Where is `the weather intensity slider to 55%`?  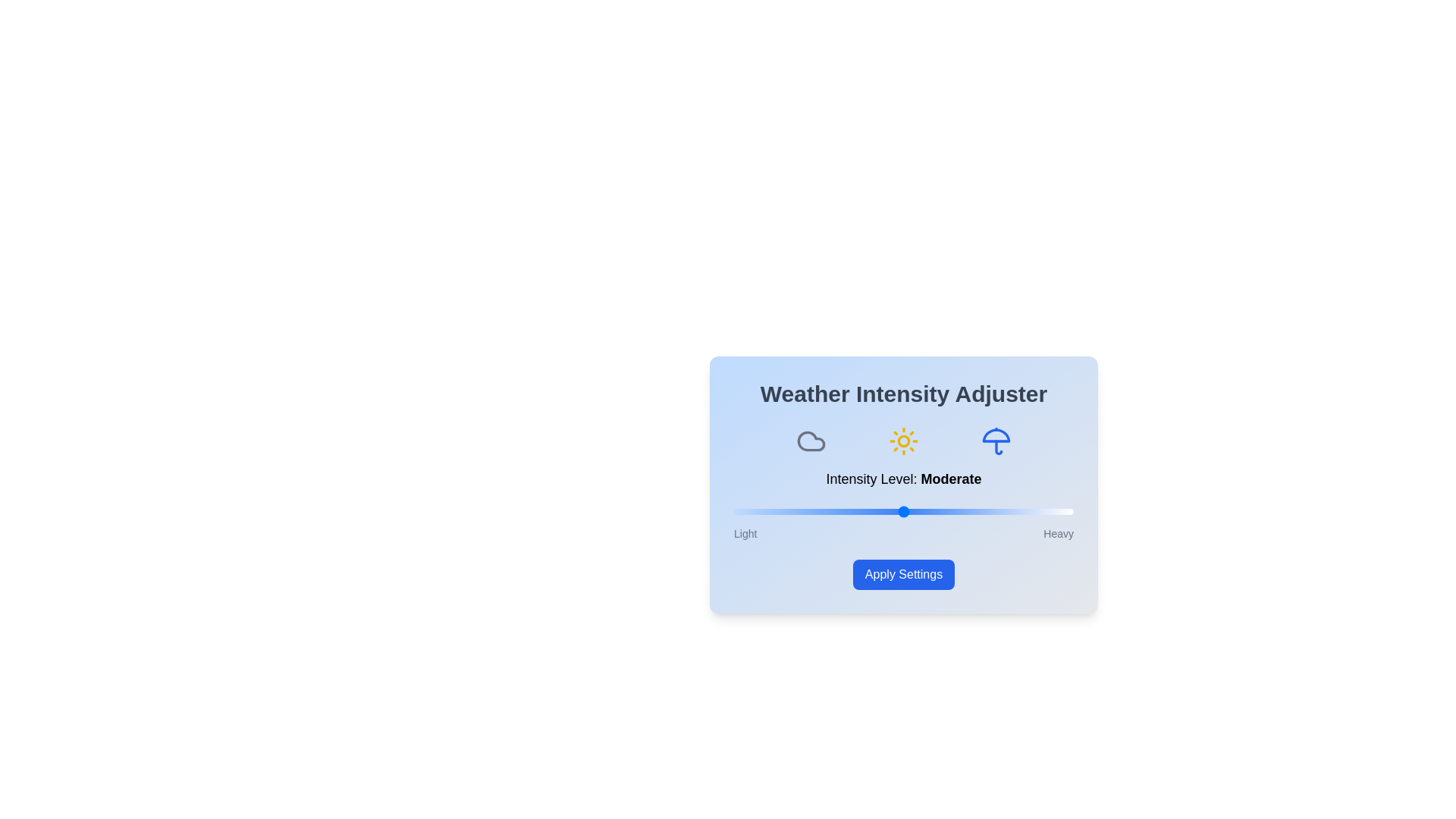
the weather intensity slider to 55% is located at coordinates (920, 512).